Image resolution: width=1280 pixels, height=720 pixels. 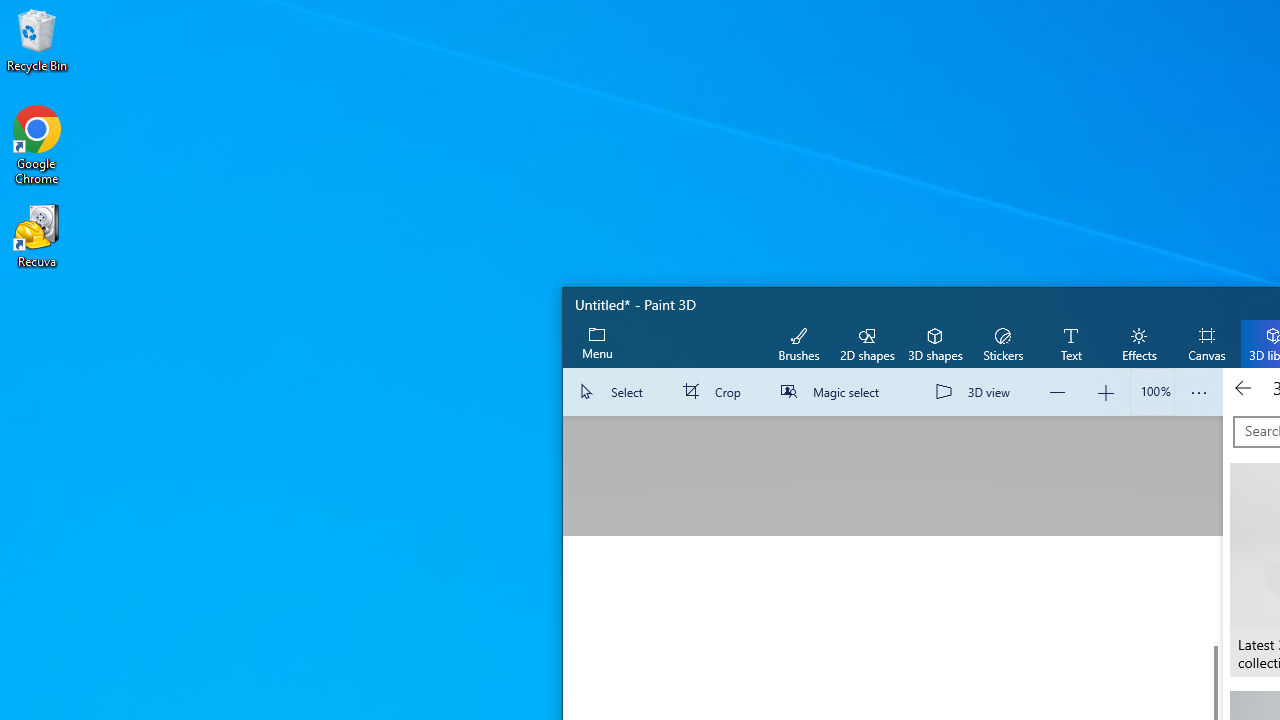 I want to click on 'Stickers', so click(x=1002, y=342).